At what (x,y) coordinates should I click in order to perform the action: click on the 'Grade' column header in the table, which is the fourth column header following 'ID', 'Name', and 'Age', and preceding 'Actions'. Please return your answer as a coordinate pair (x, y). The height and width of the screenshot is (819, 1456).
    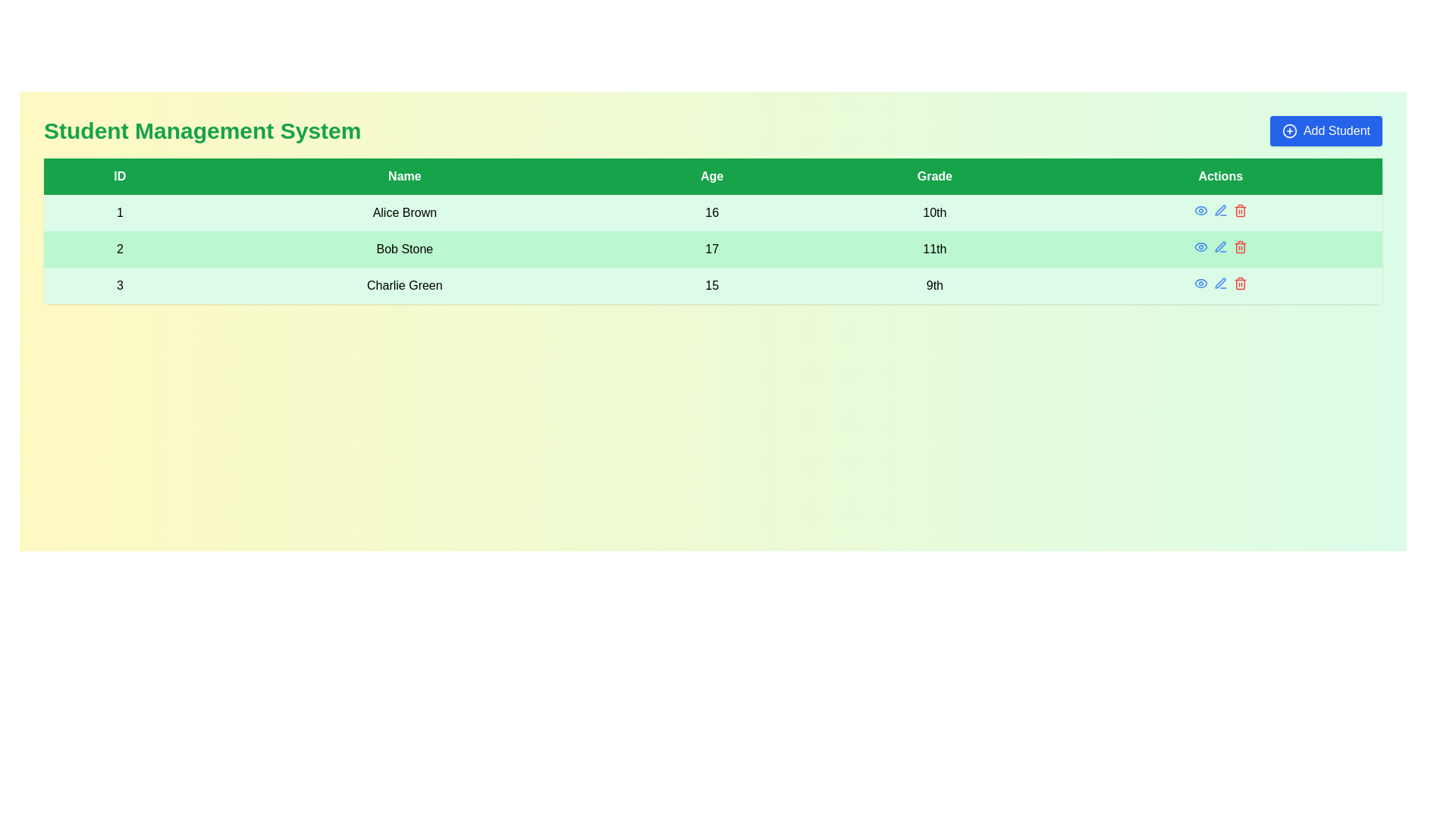
    Looking at the image, I should click on (934, 175).